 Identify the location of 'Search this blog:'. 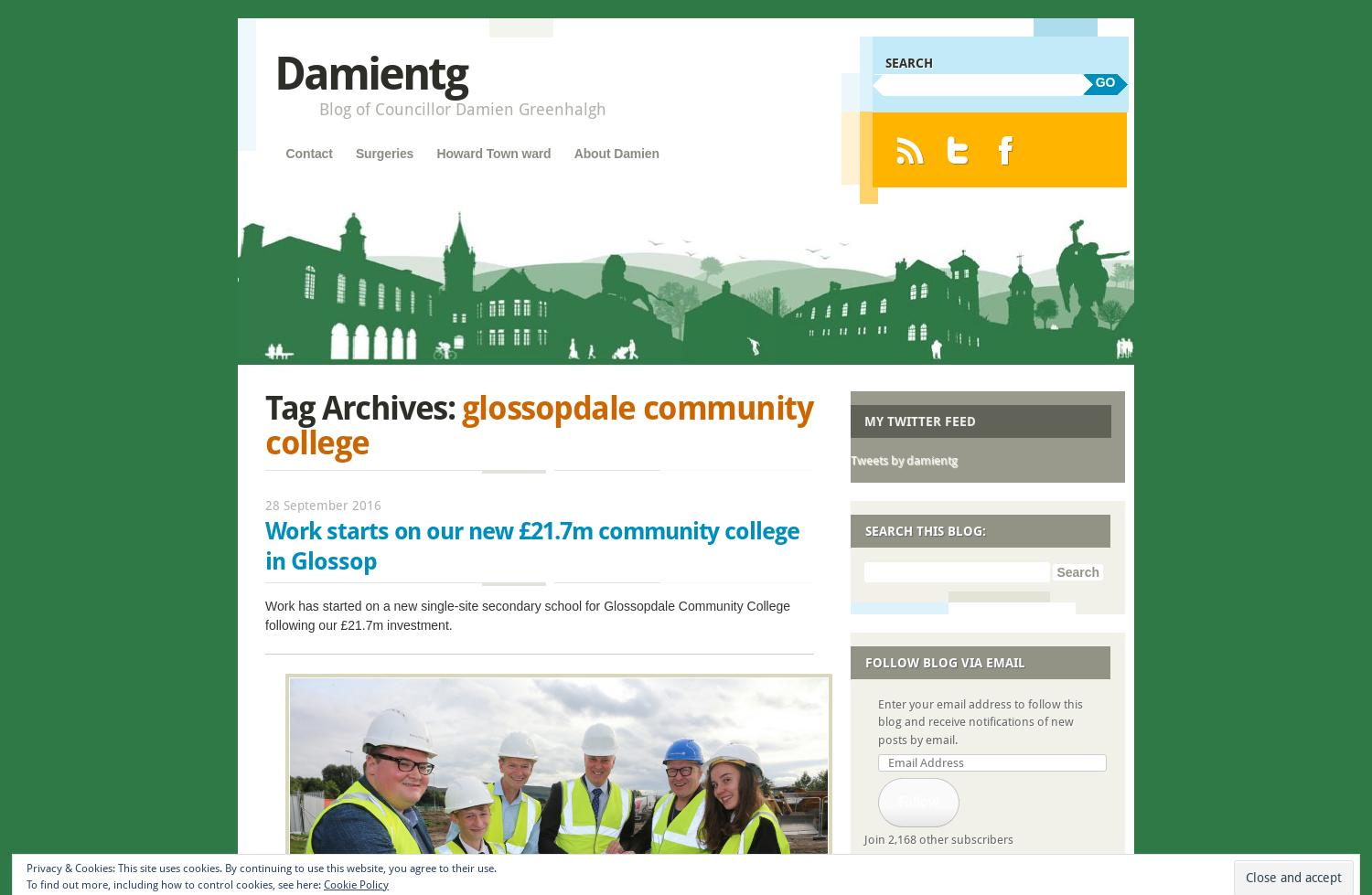
(926, 528).